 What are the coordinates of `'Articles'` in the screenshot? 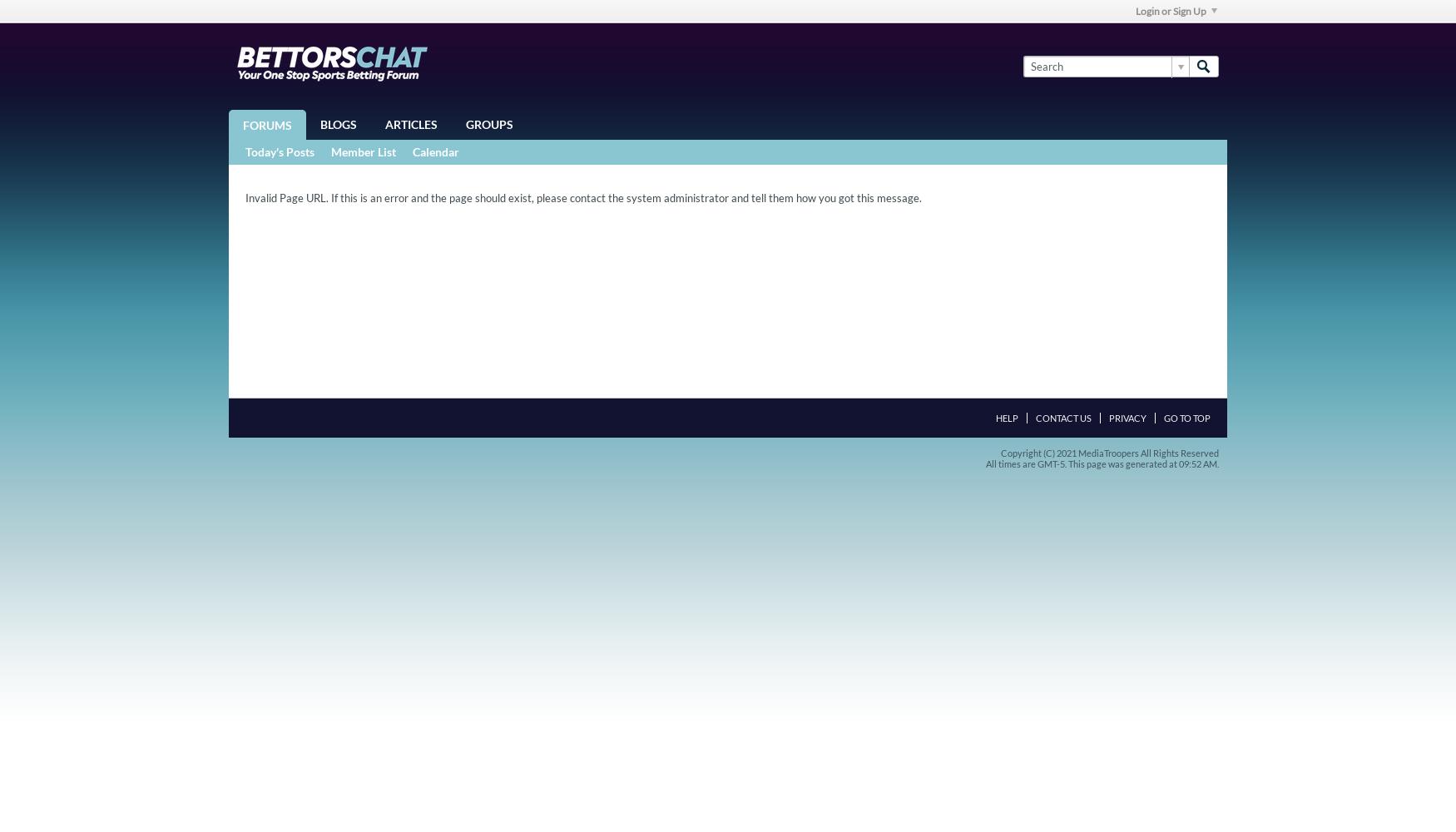 It's located at (411, 124).